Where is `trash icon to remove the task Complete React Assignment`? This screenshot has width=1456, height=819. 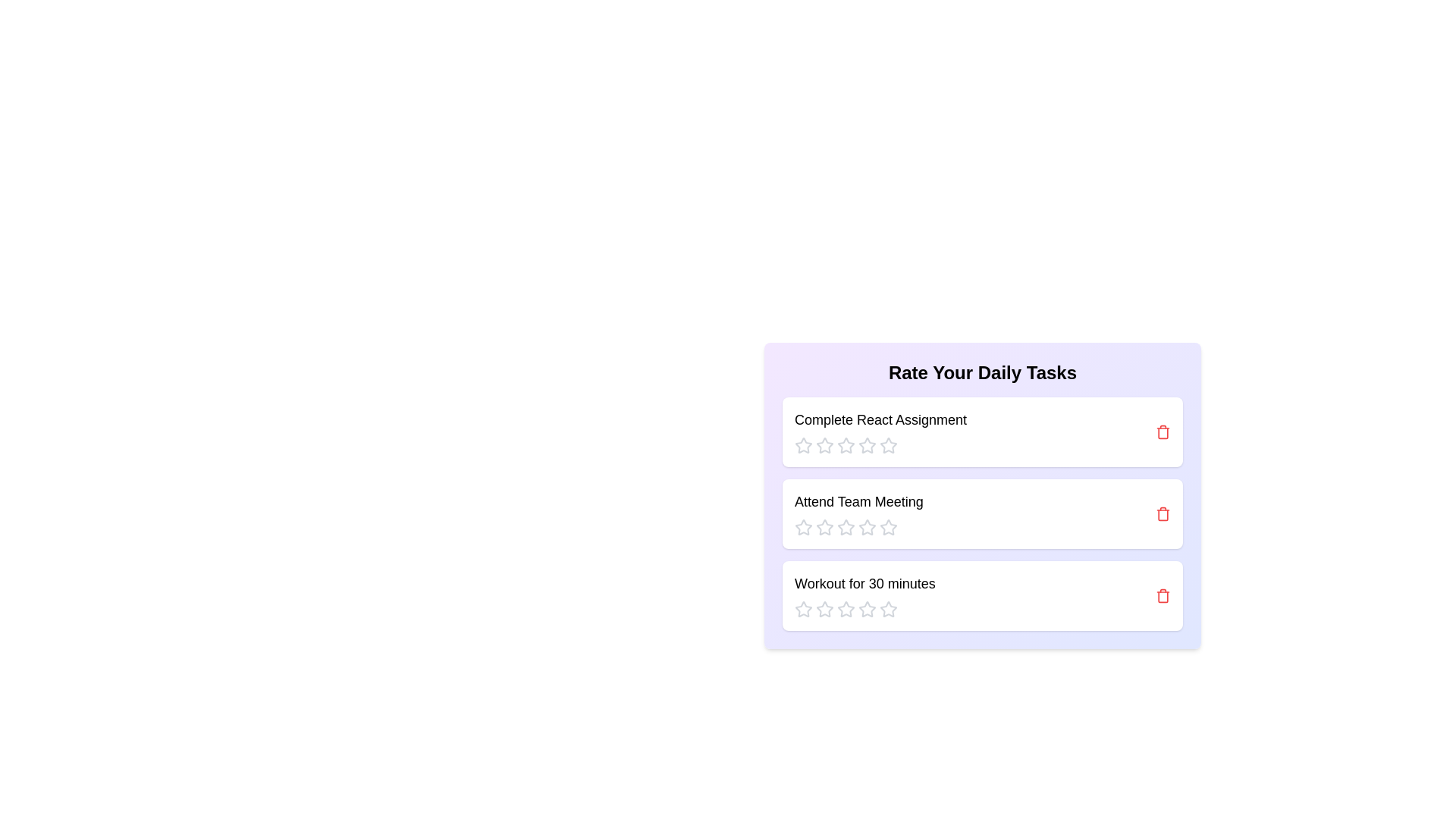 trash icon to remove the task Complete React Assignment is located at coordinates (1163, 432).